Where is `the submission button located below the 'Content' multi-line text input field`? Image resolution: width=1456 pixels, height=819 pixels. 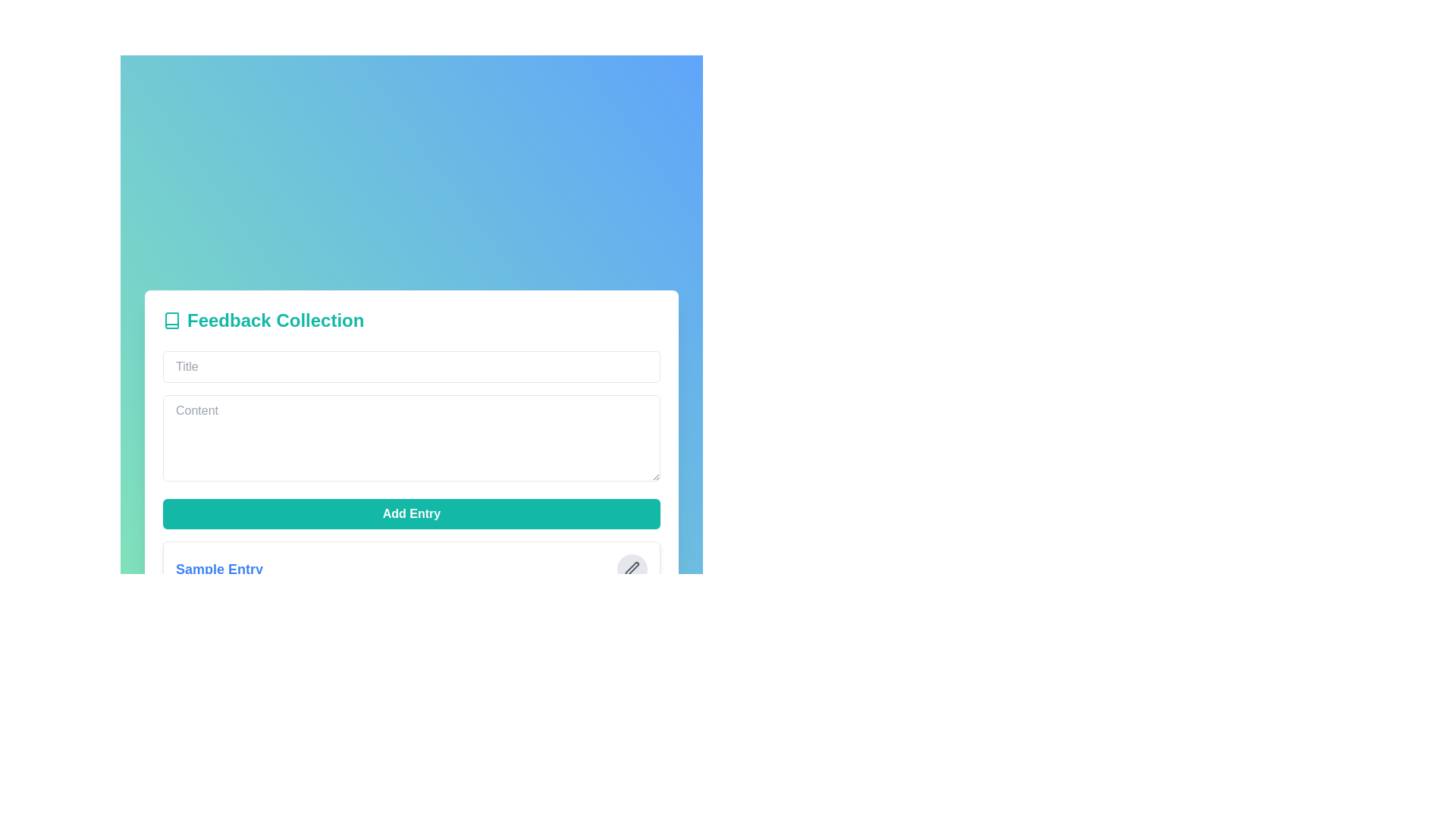 the submission button located below the 'Content' multi-line text input field is located at coordinates (411, 513).